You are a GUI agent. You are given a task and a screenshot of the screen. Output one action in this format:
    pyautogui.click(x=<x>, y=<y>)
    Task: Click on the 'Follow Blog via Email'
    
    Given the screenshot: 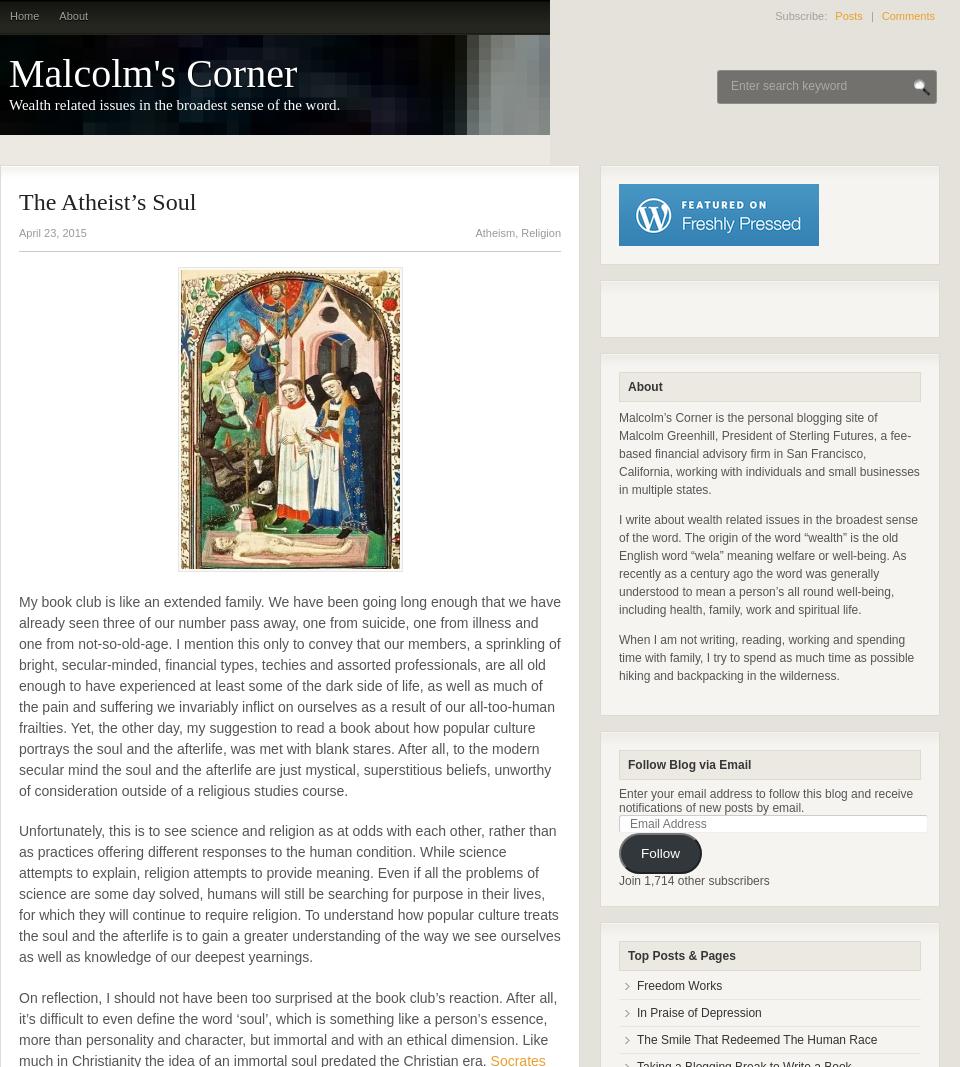 What is the action you would take?
    pyautogui.click(x=627, y=764)
    